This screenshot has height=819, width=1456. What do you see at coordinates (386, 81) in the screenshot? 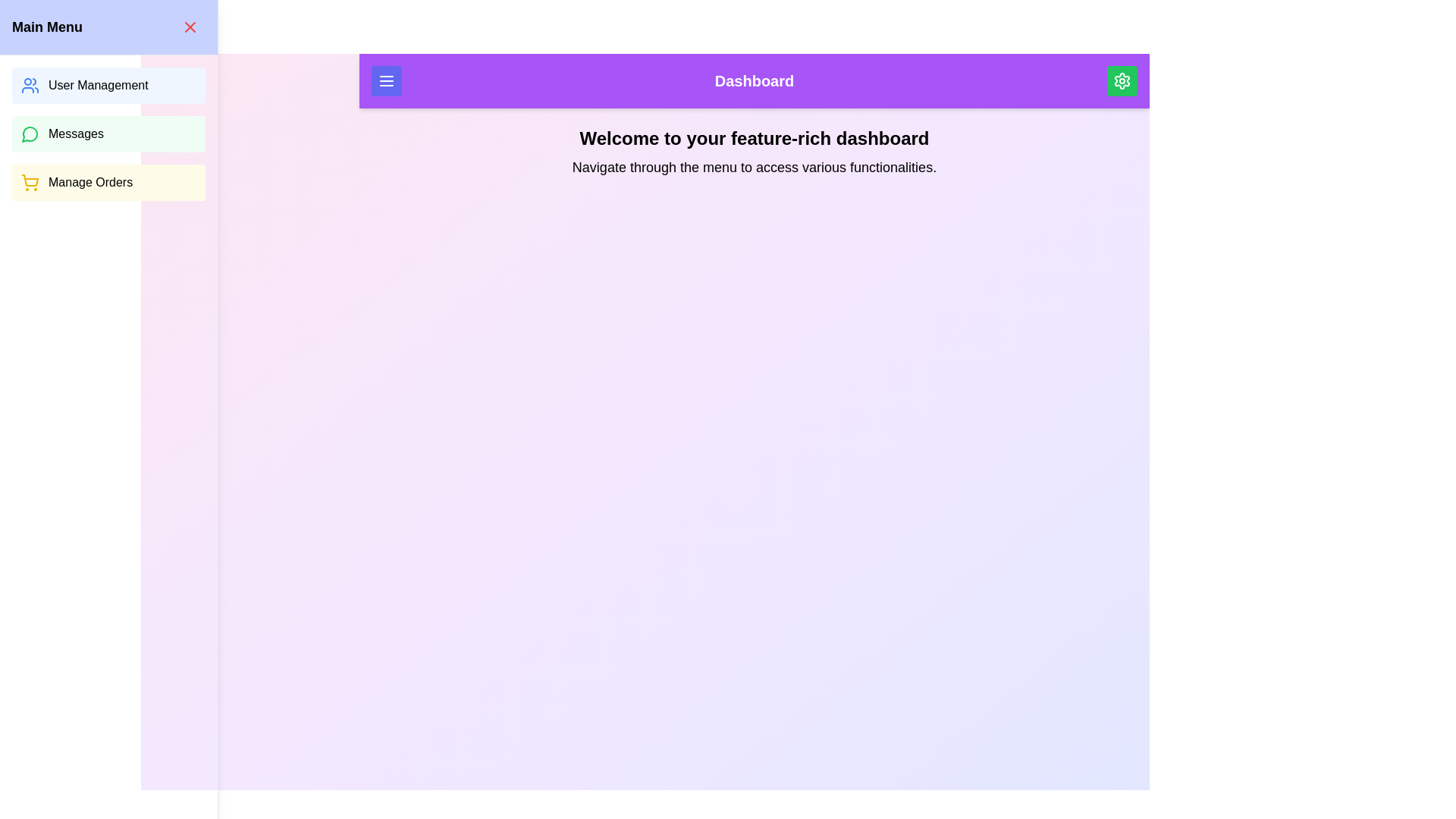
I see `the menu icon composed of three horizontal white lines within a rounded rectangular button with a purple background` at bounding box center [386, 81].